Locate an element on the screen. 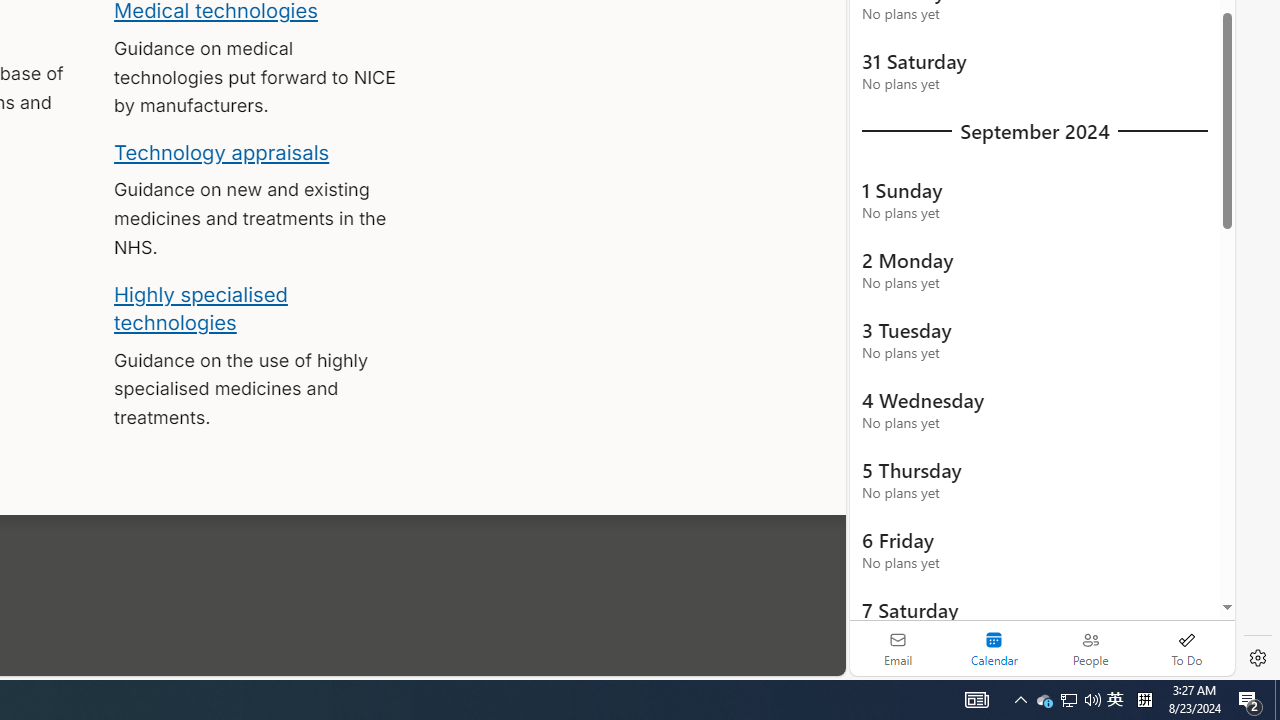 The height and width of the screenshot is (720, 1280). 'Selected calendar module. Date today is 22' is located at coordinates (994, 648).